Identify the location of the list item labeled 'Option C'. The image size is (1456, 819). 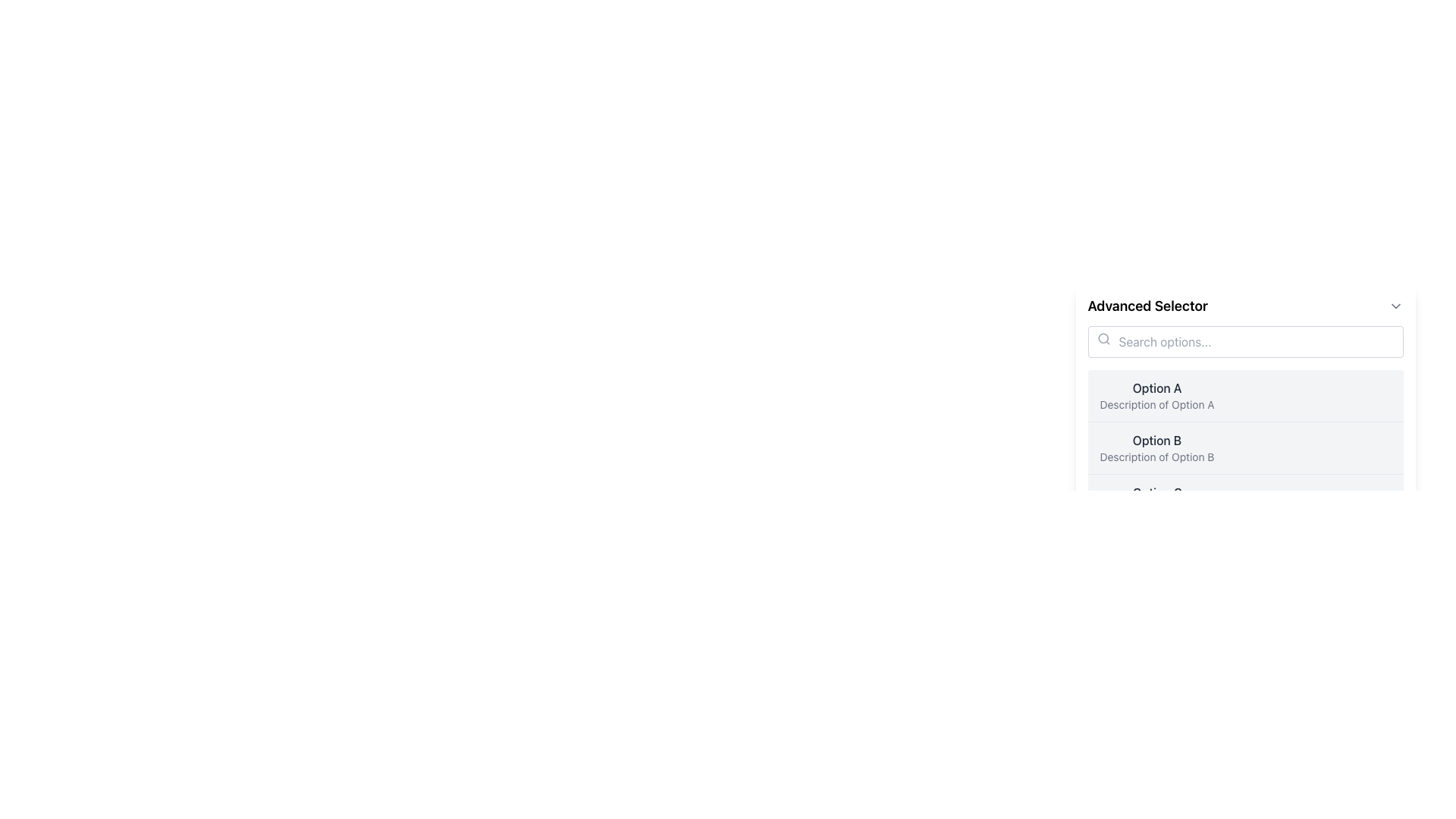
(1156, 500).